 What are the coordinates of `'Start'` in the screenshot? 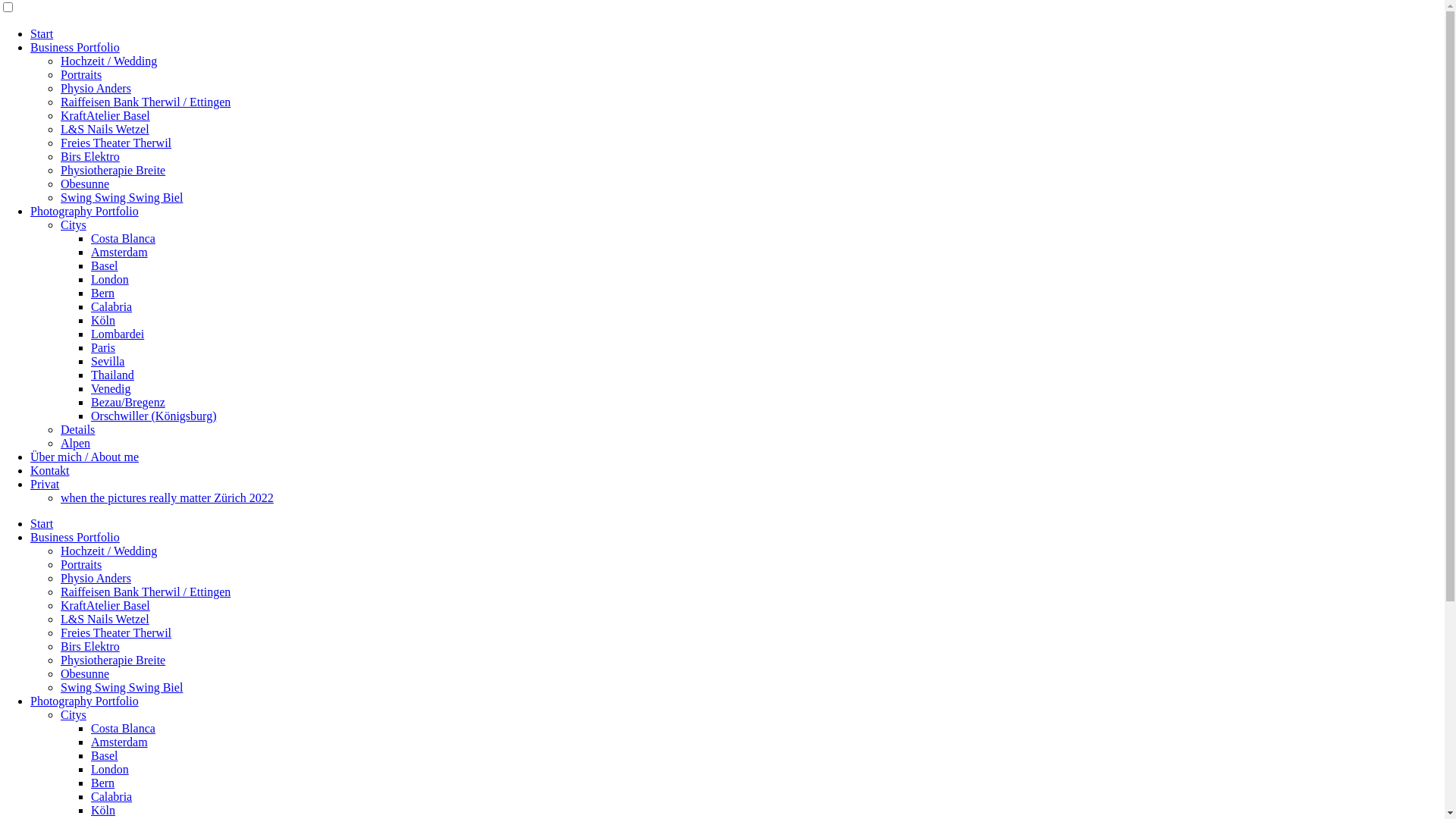 It's located at (30, 522).